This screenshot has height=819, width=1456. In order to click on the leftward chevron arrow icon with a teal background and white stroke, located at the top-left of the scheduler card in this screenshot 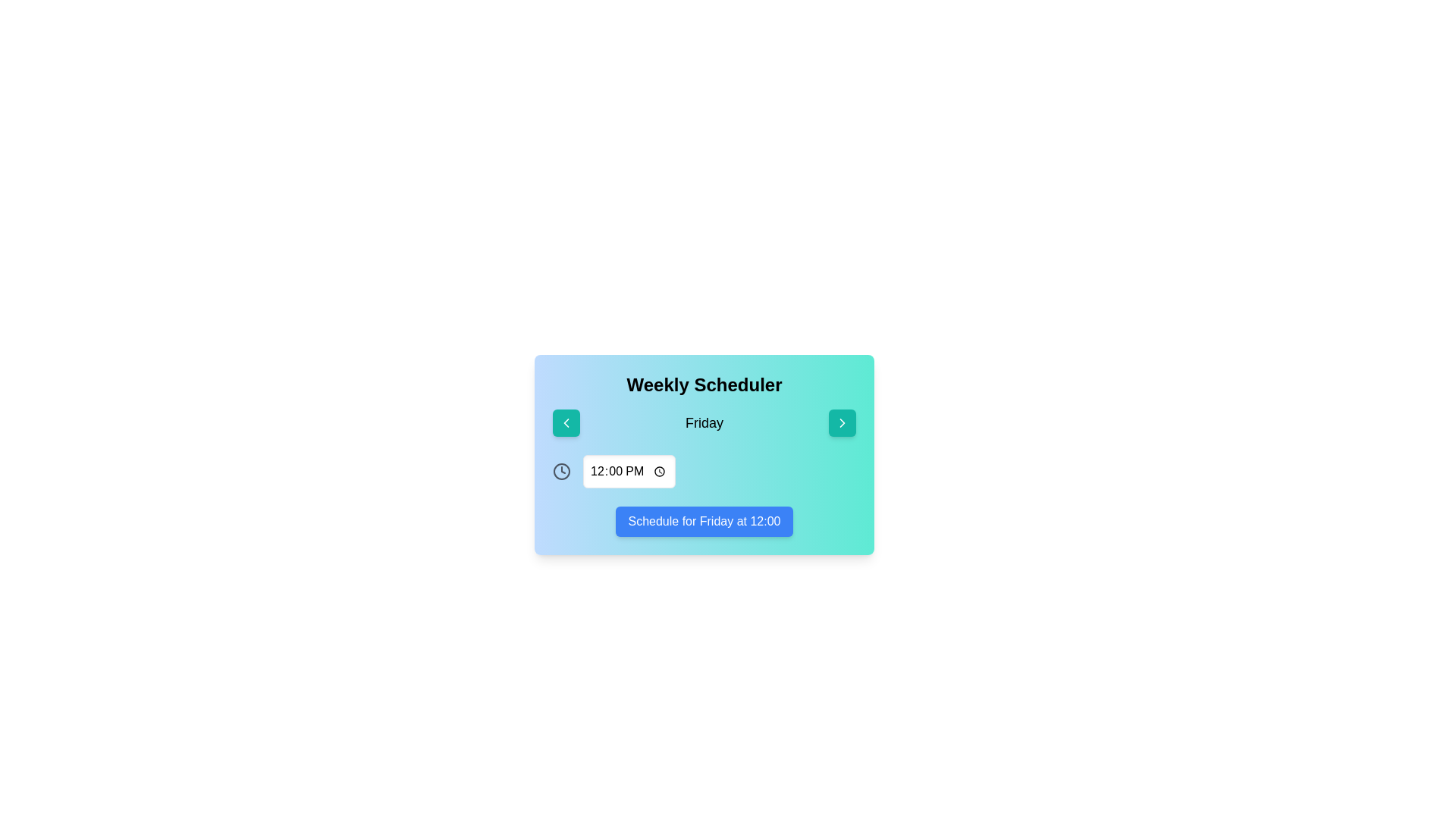, I will do `click(566, 423)`.